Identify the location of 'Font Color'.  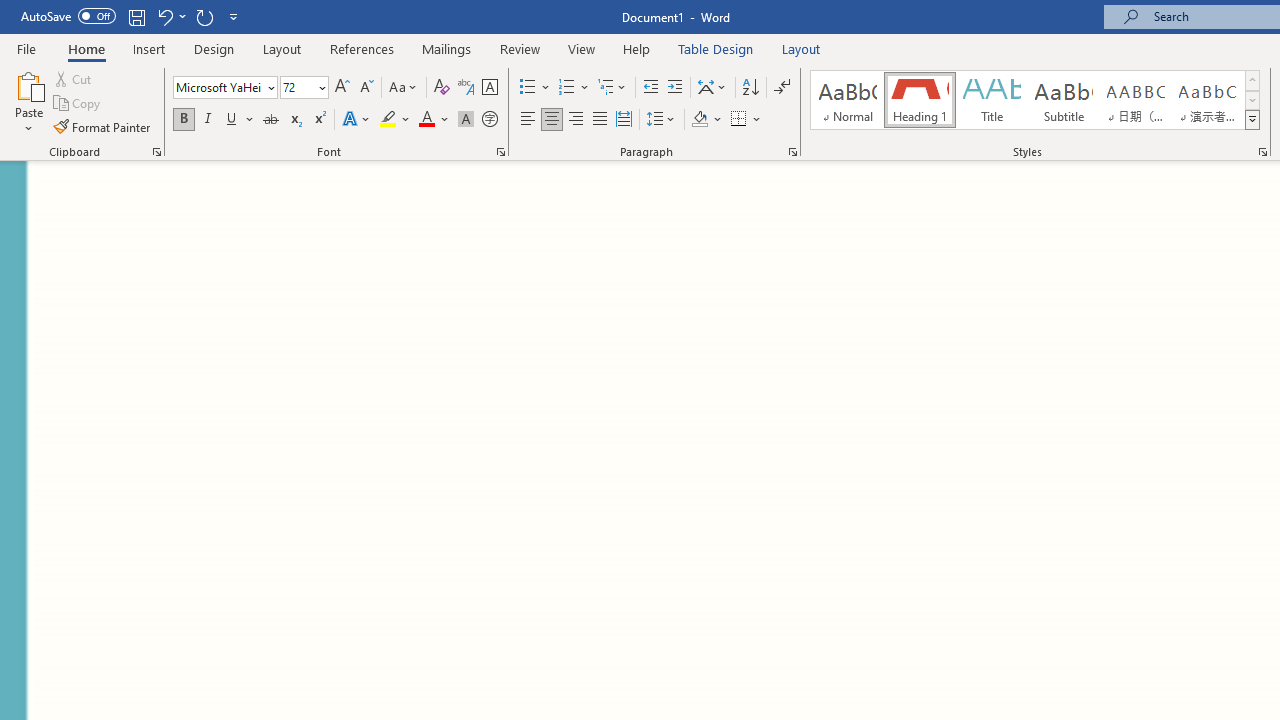
(433, 119).